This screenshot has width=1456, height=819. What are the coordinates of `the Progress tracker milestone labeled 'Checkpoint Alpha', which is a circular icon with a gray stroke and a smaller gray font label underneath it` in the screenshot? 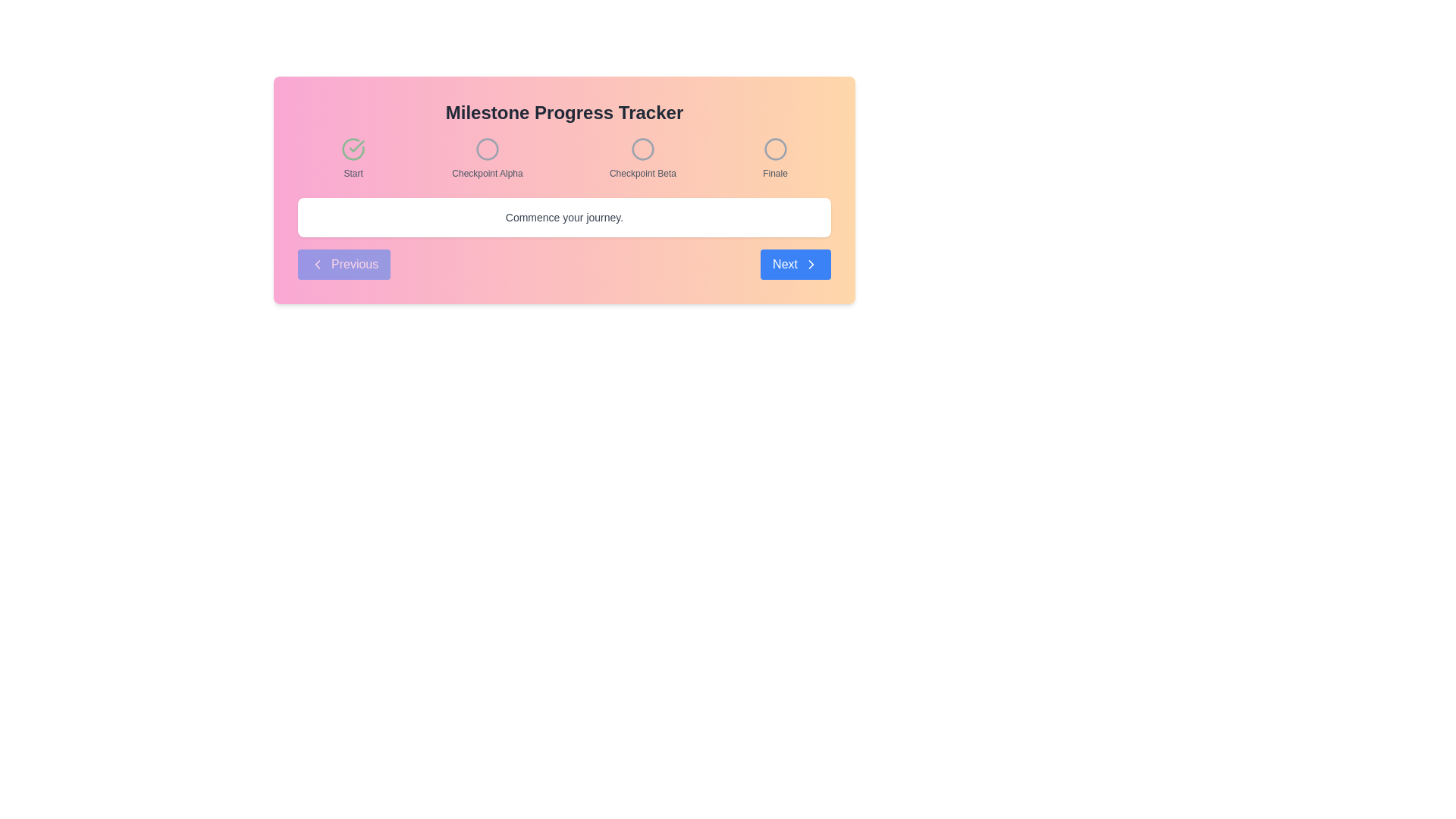 It's located at (488, 158).